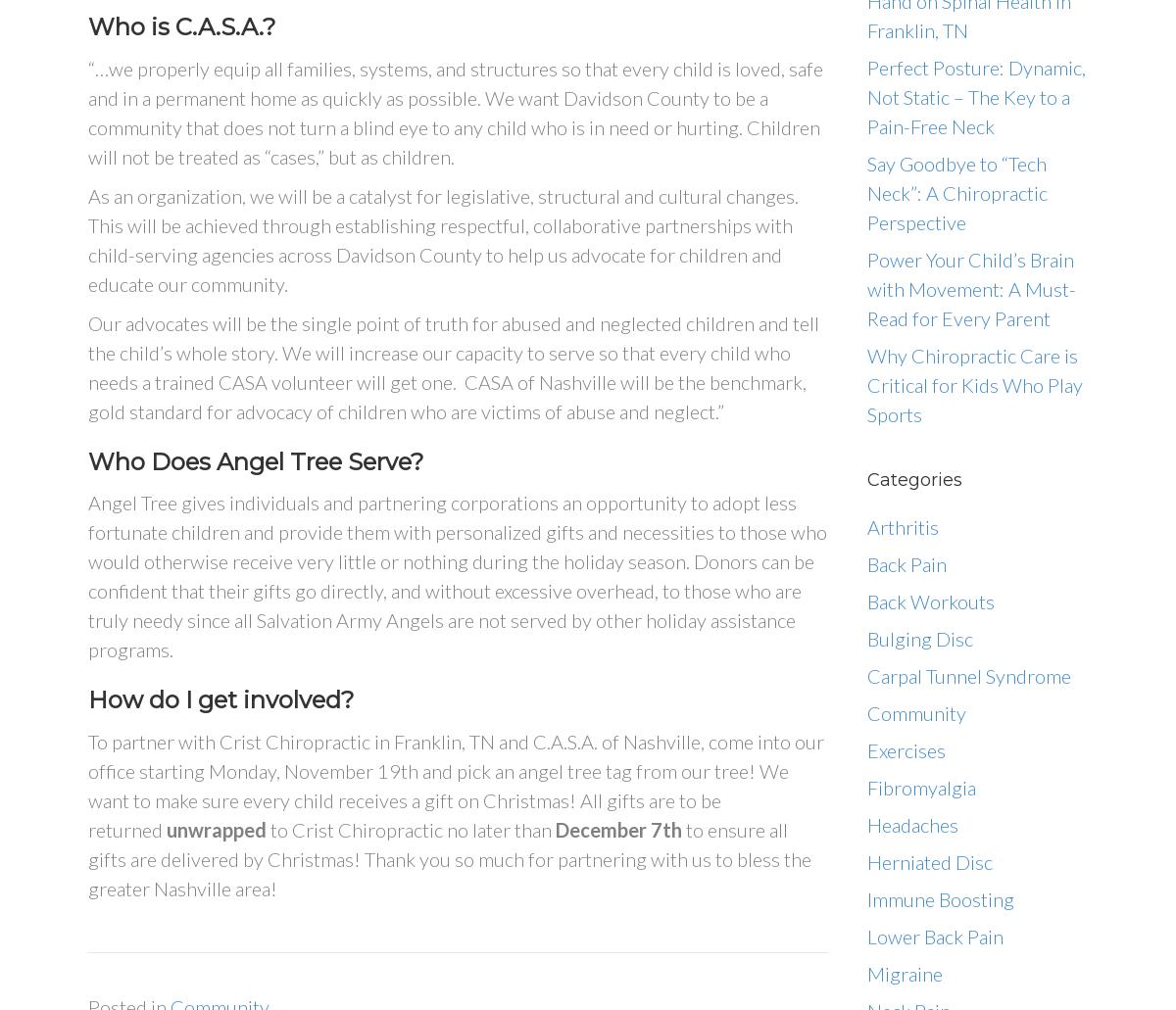 The image size is (1176, 1010). I want to click on 'Lower Back Pain', so click(935, 936).